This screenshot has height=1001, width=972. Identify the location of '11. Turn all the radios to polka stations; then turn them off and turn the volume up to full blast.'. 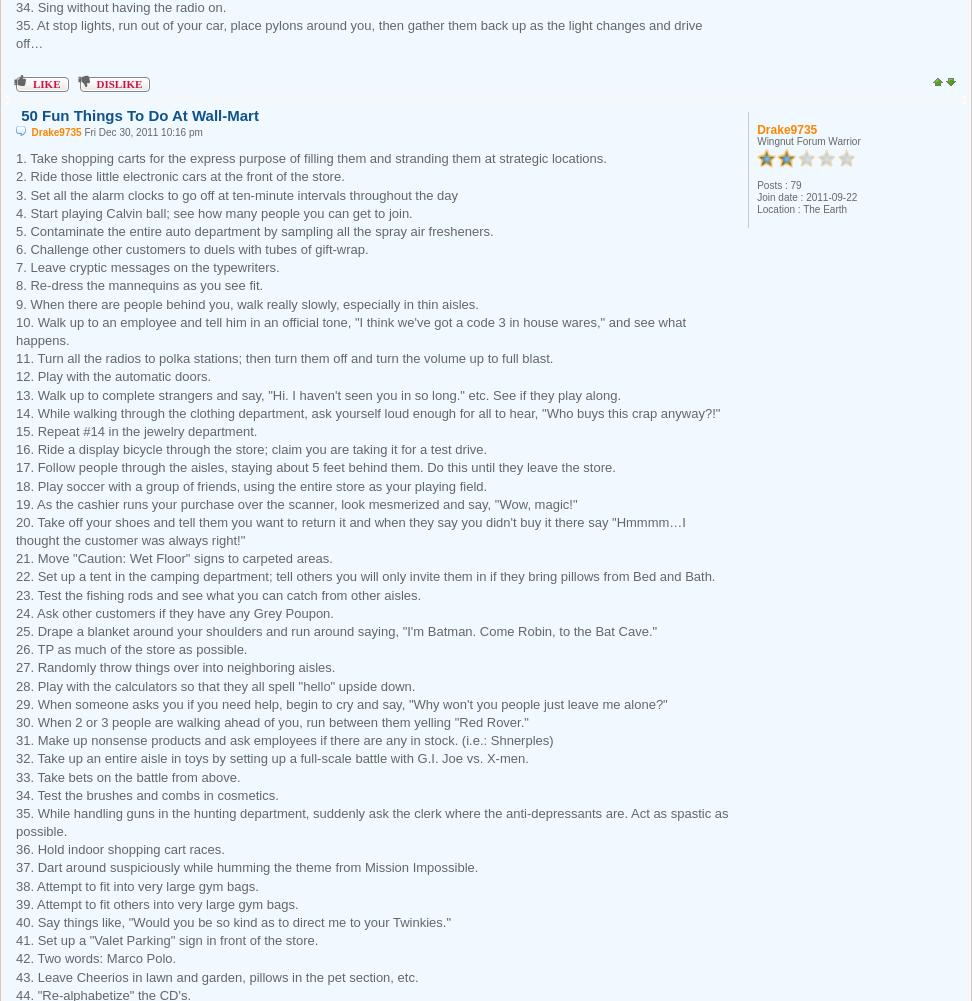
(16, 358).